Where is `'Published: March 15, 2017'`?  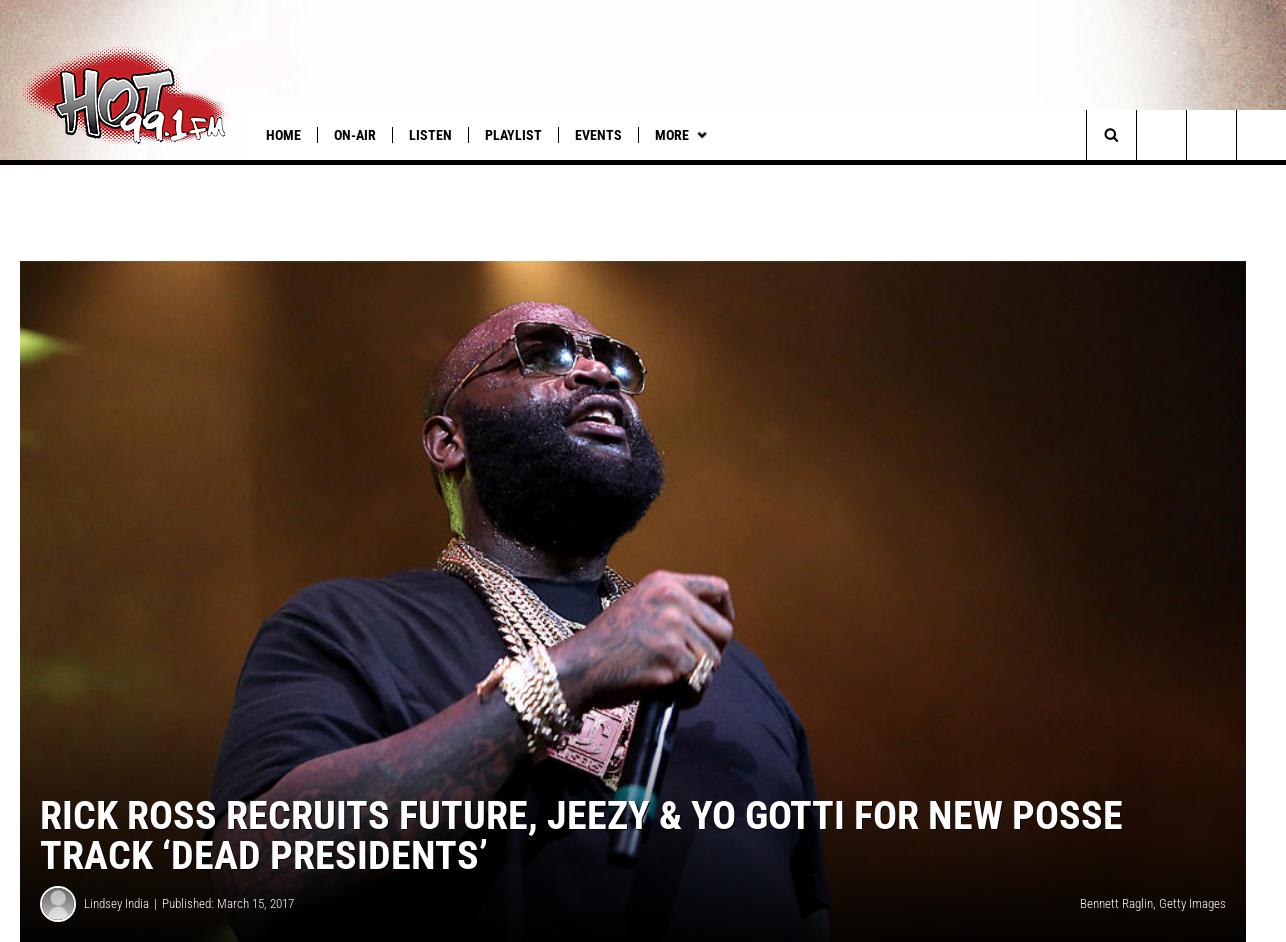
'Published: March 15, 2017' is located at coordinates (228, 929).